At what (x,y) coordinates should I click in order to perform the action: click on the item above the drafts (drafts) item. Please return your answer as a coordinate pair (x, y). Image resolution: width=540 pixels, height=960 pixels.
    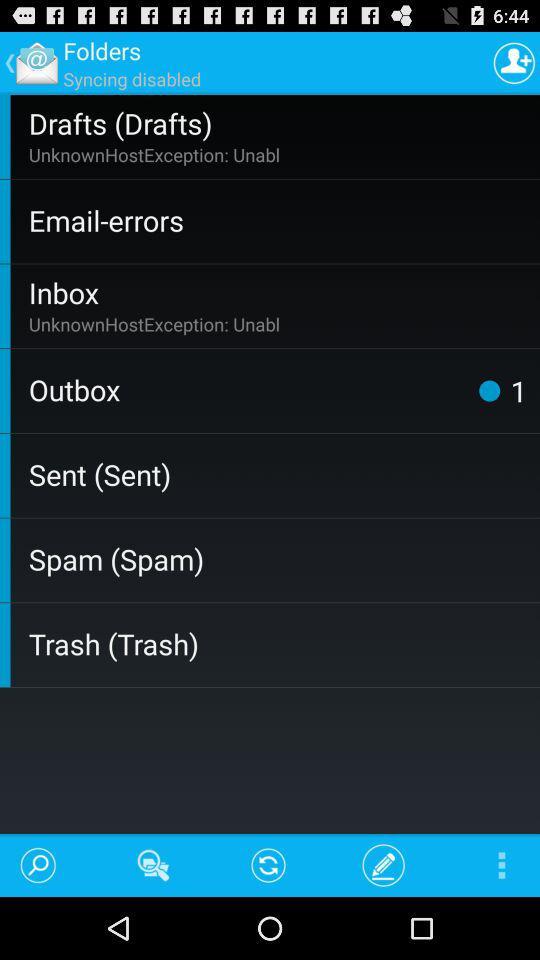
    Looking at the image, I should click on (514, 62).